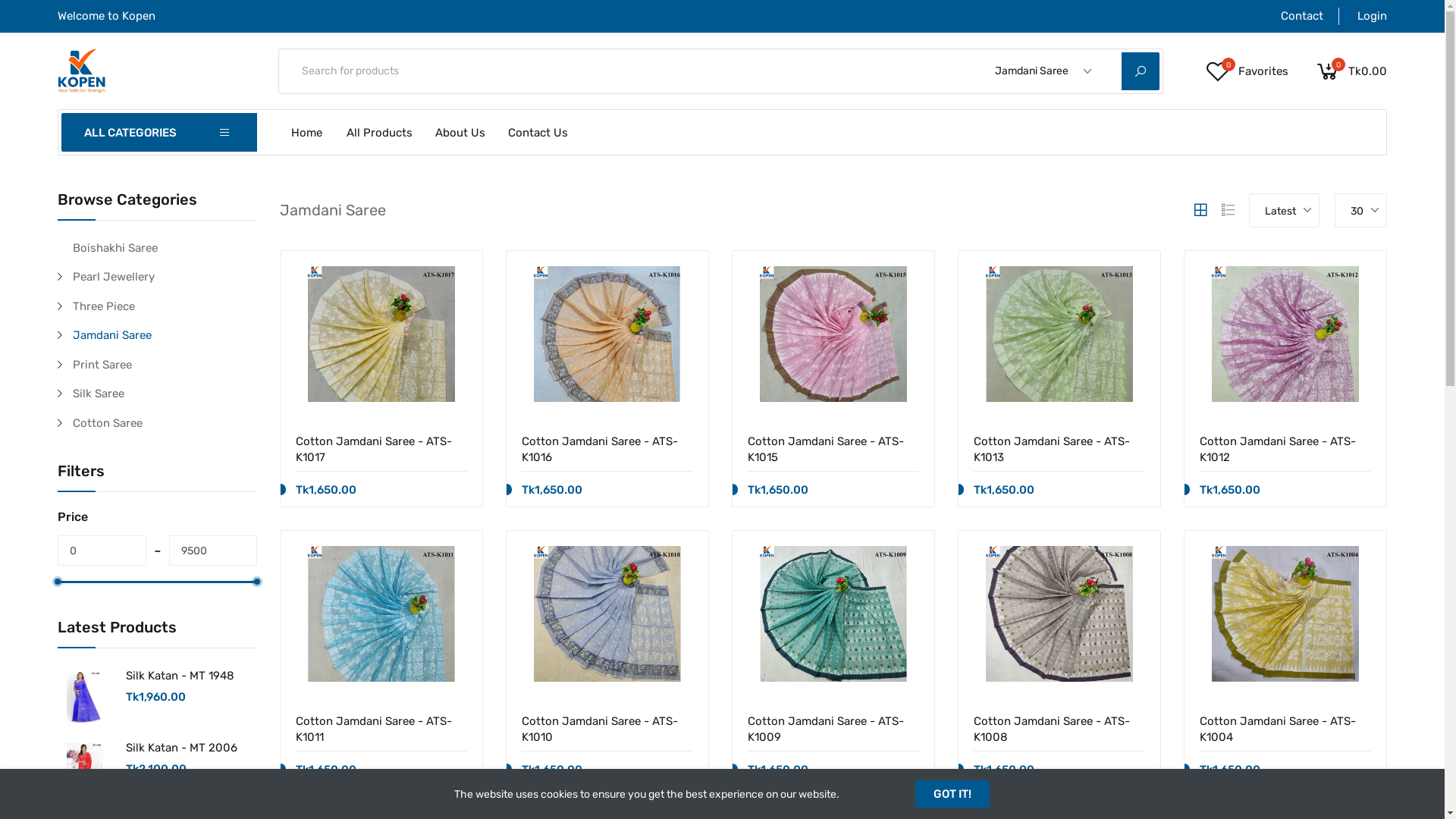  Describe the element at coordinates (165, 306) in the screenshot. I see `'Three Piece'` at that location.